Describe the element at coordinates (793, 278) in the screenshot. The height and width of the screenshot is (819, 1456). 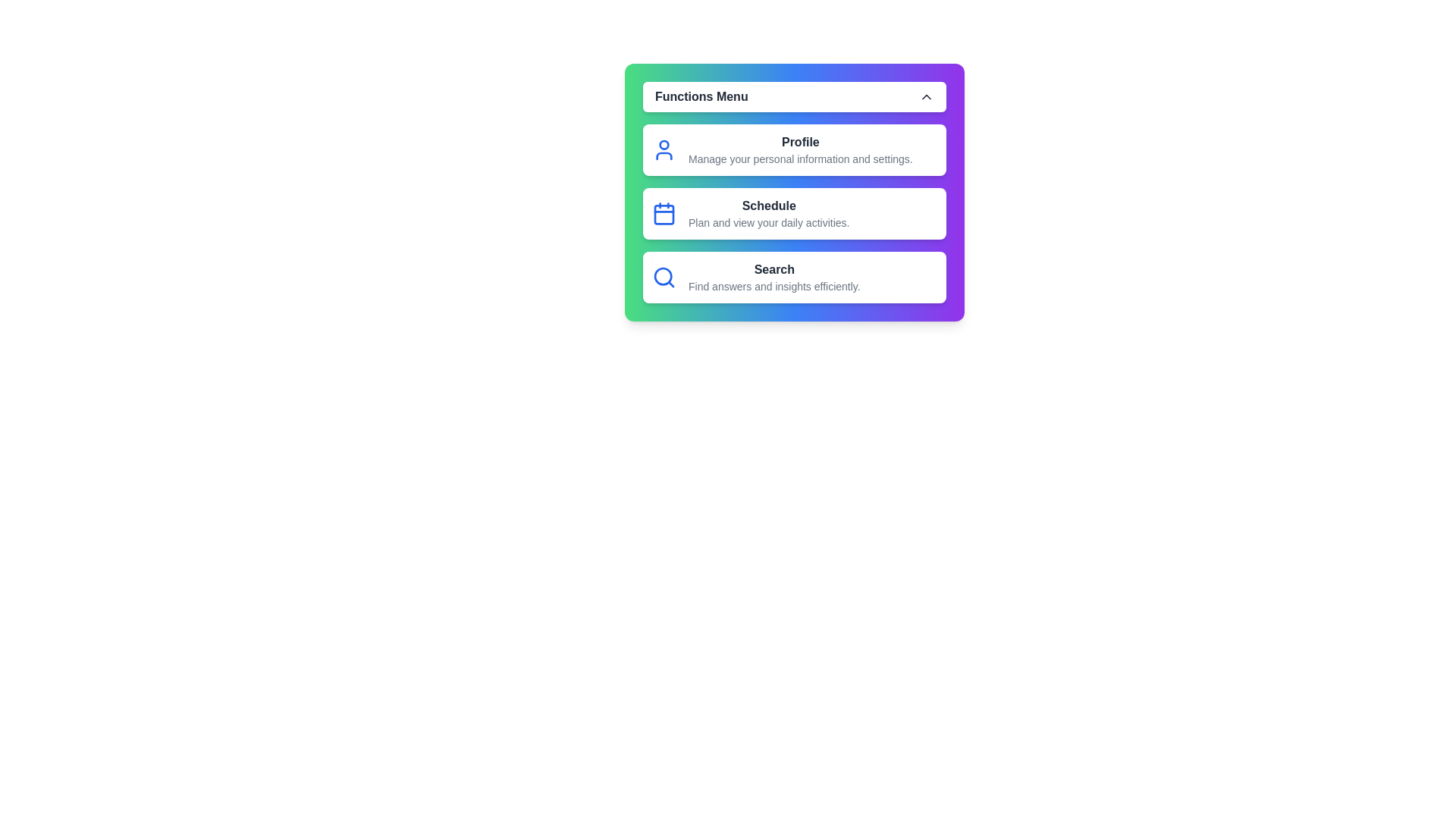
I see `the menu item Search to see its hover effect` at that location.